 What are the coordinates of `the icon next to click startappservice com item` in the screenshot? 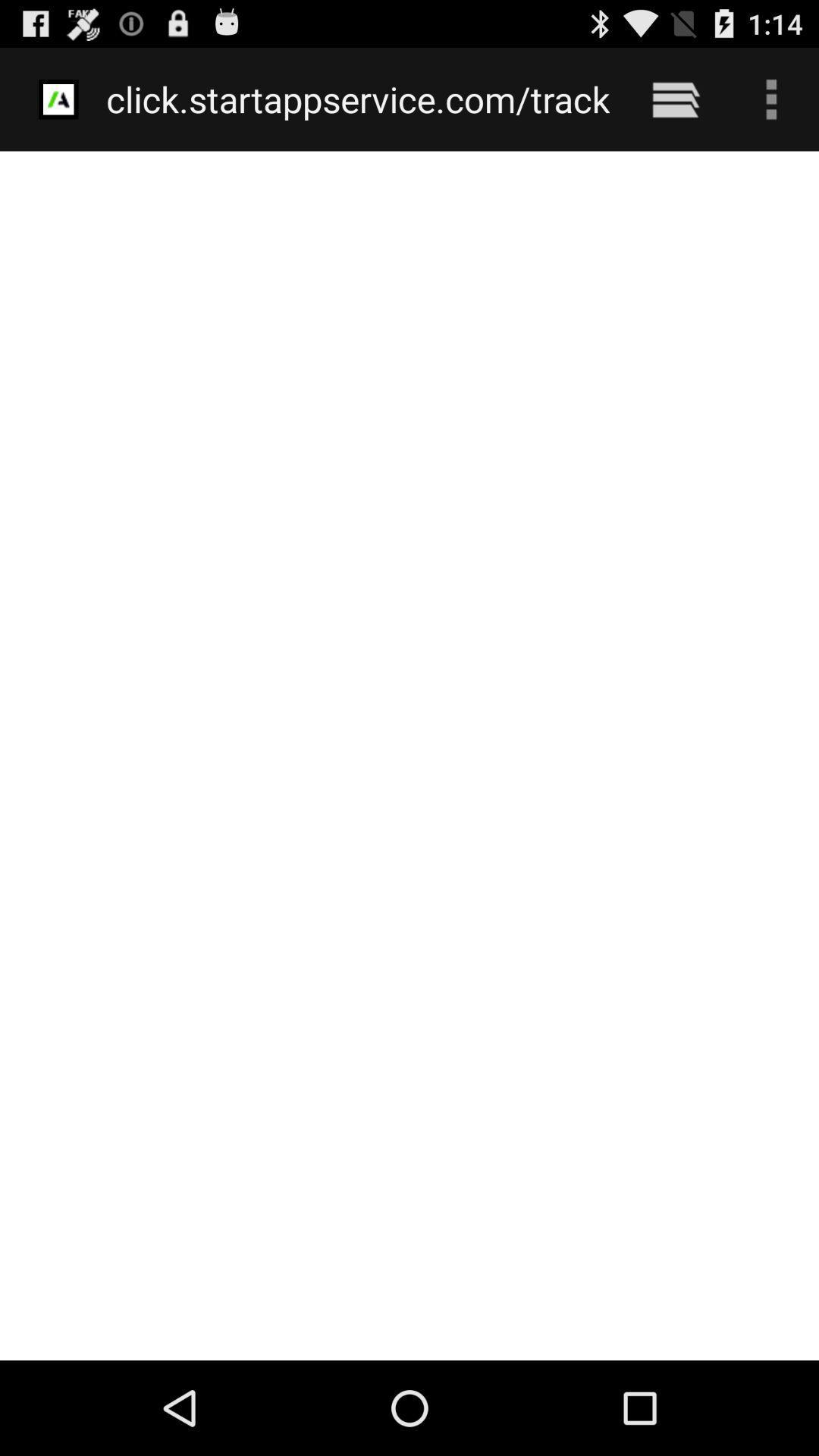 It's located at (675, 99).